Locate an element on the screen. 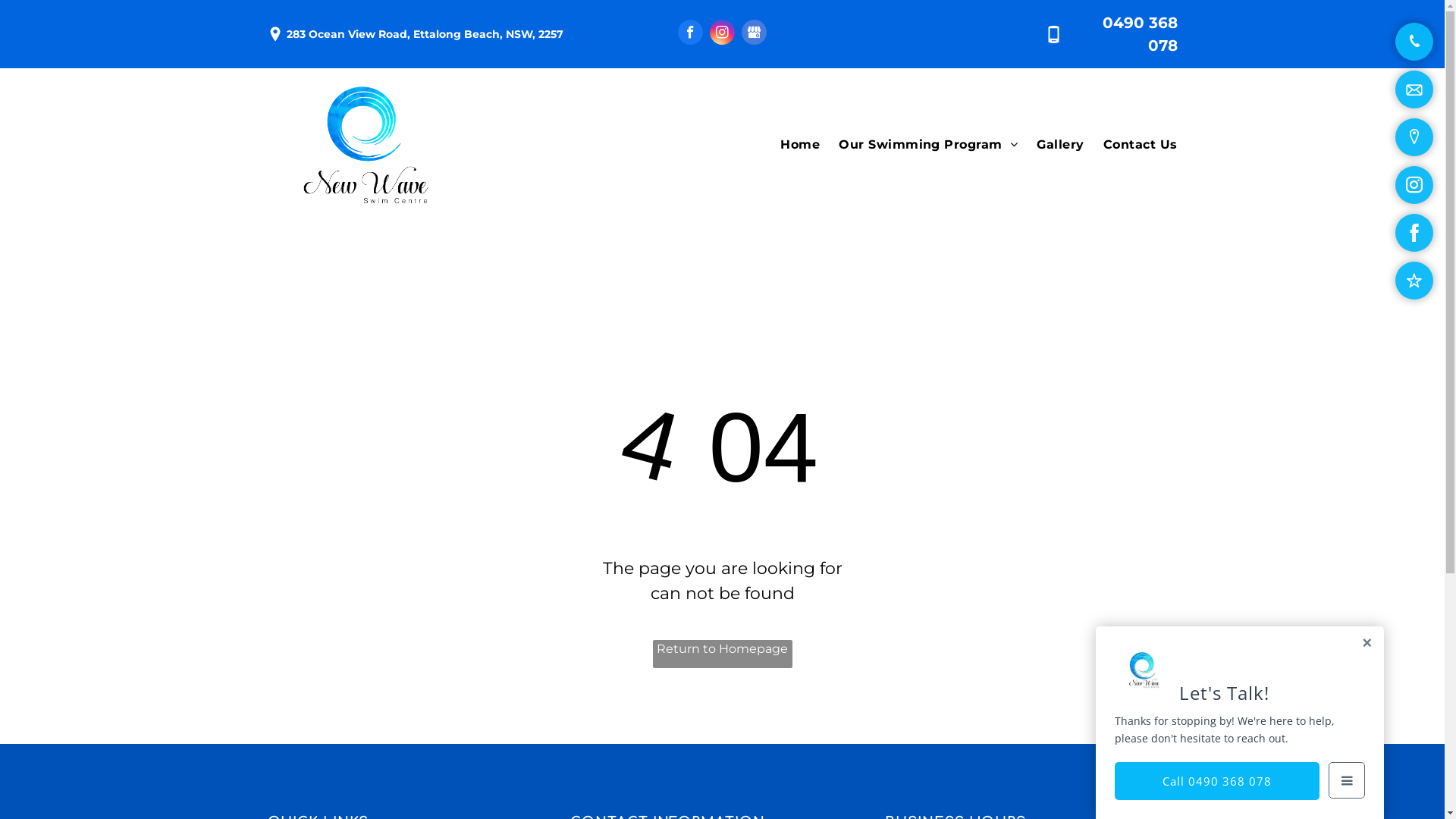  'New Wave Swim Centre' is located at coordinates (365, 145).